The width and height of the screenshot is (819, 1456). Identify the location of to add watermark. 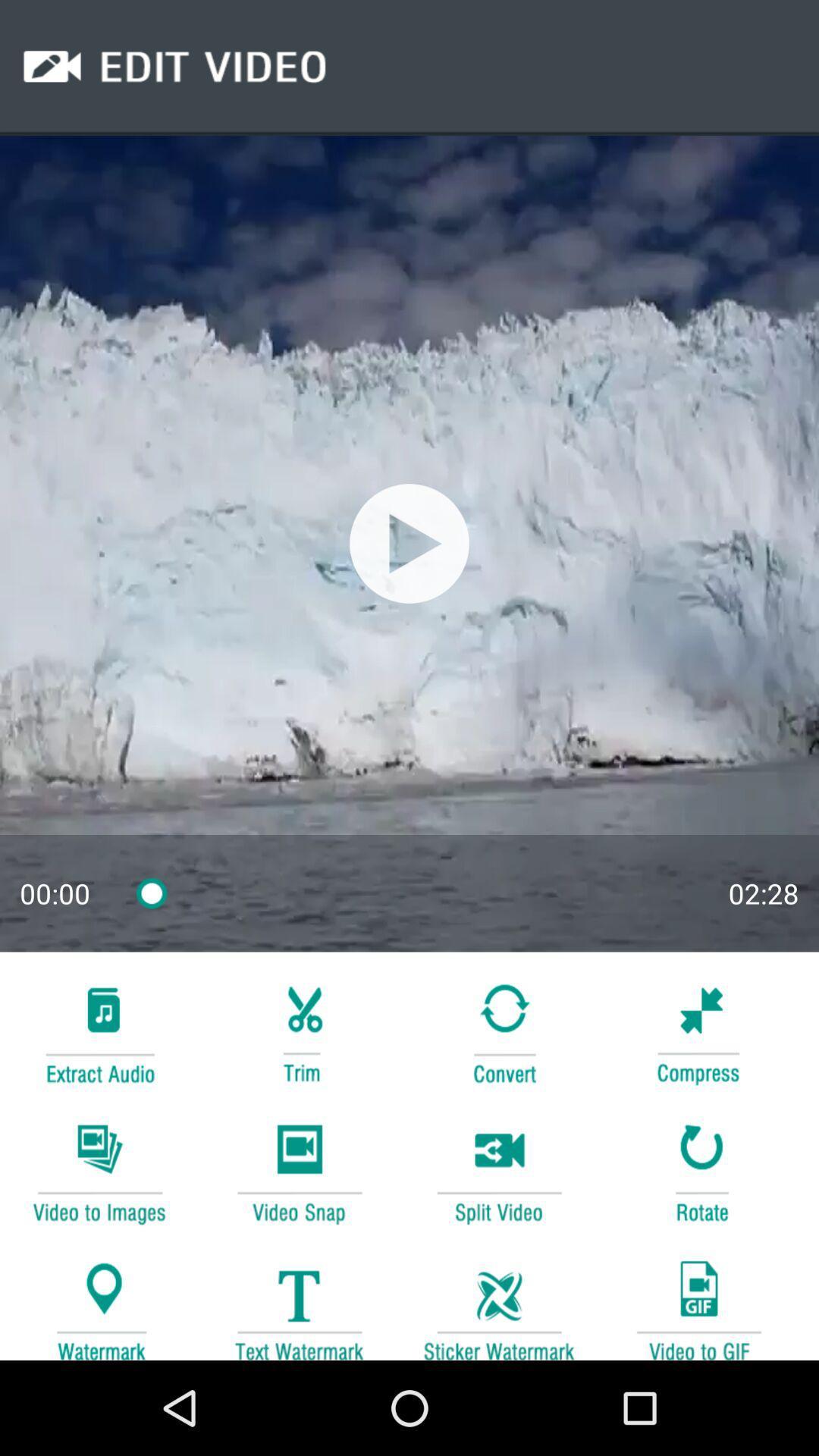
(99, 1302).